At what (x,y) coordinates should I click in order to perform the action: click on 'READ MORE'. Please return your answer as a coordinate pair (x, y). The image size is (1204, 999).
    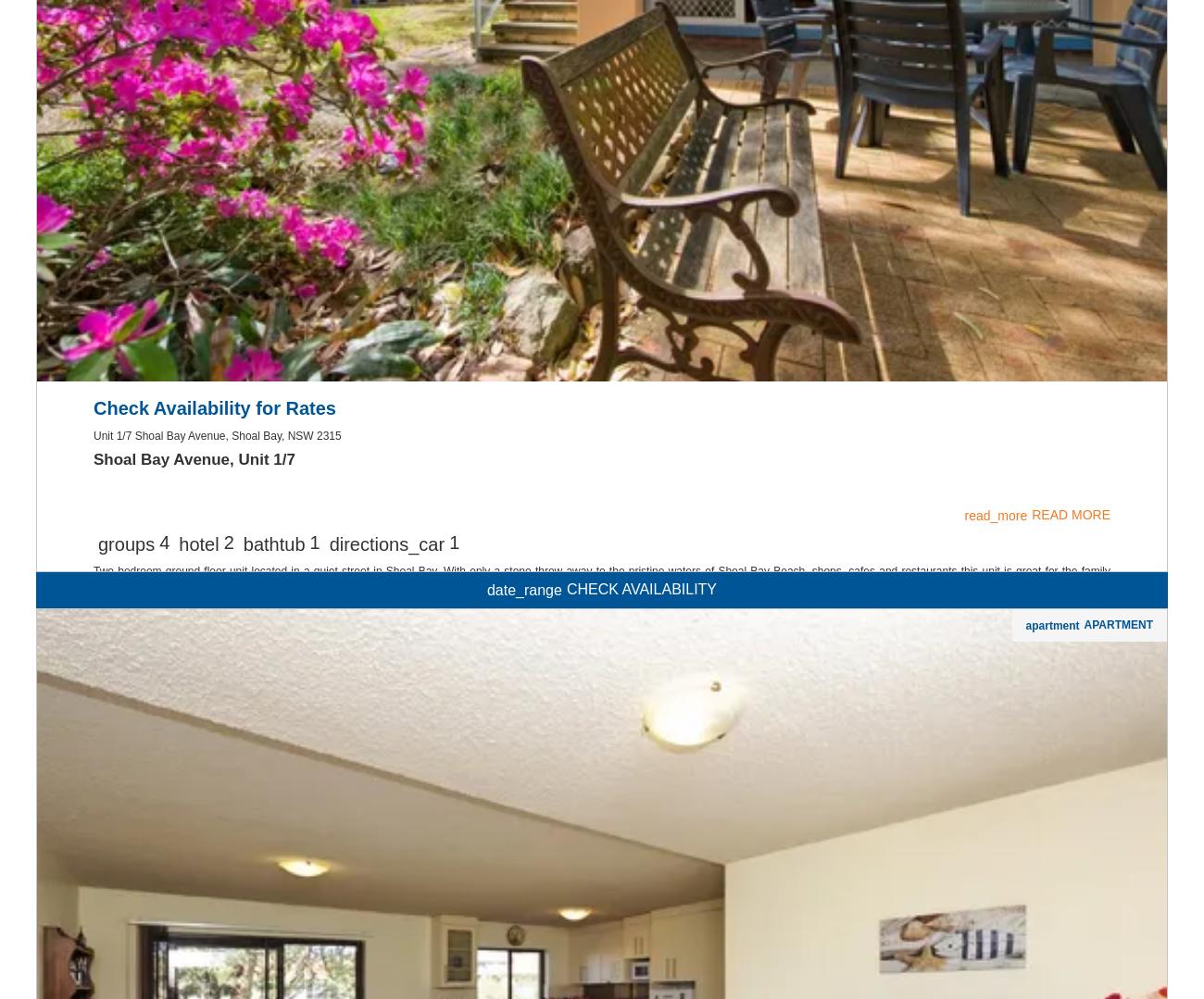
    Looking at the image, I should click on (1071, 752).